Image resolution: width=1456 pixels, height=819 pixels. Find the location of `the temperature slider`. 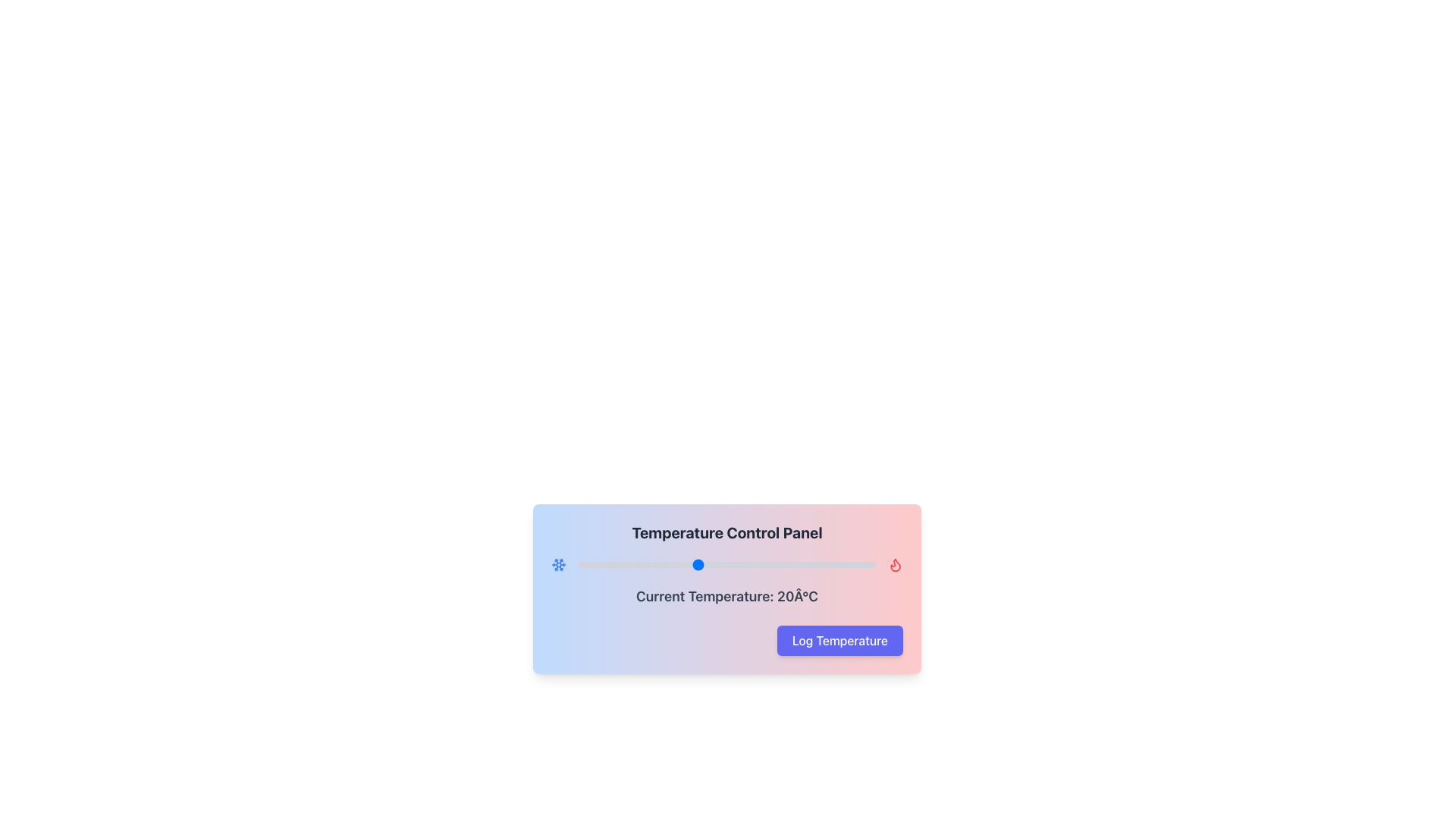

the temperature slider is located at coordinates (578, 564).